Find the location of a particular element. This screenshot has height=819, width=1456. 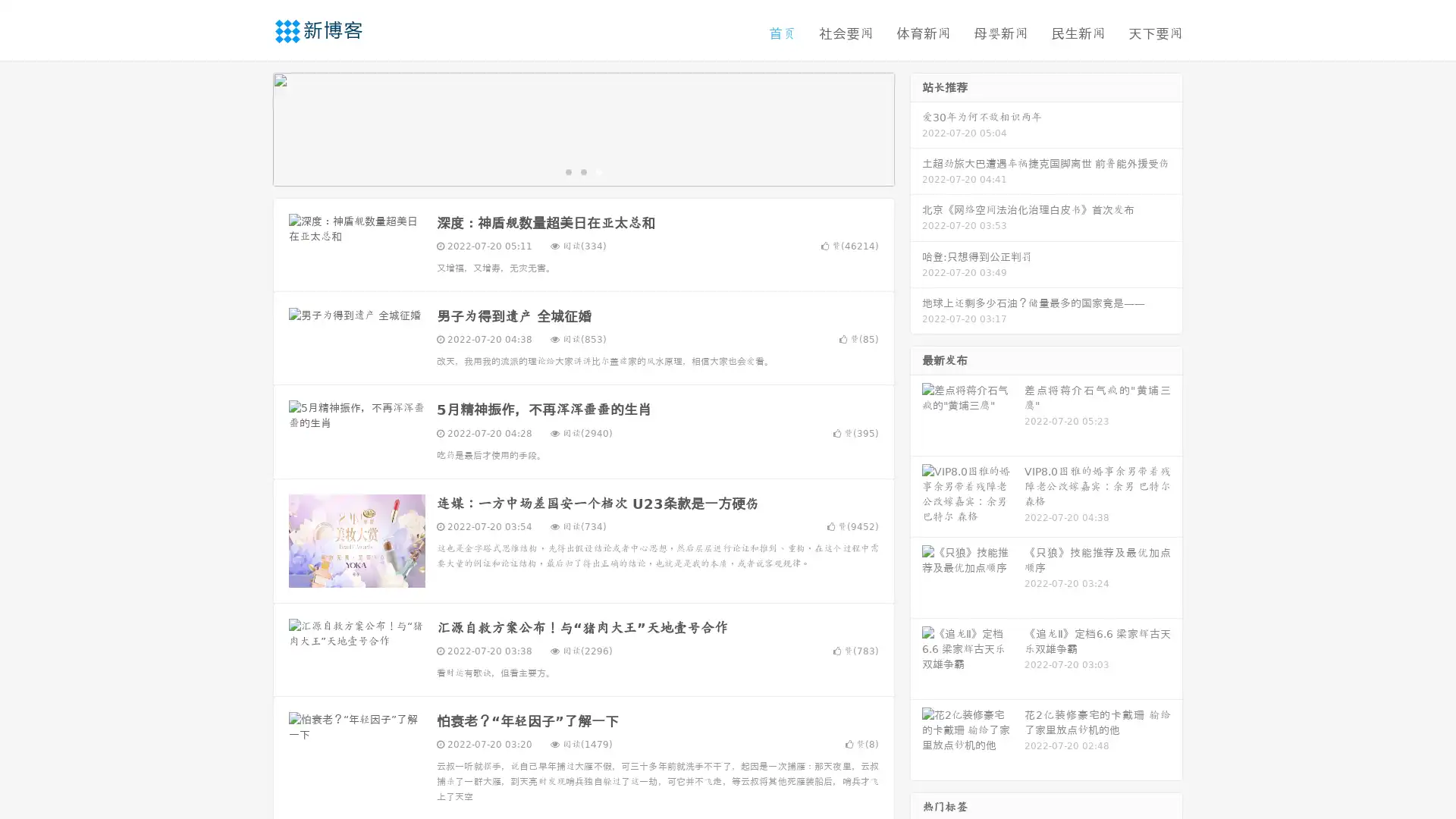

Previous slide is located at coordinates (250, 127).